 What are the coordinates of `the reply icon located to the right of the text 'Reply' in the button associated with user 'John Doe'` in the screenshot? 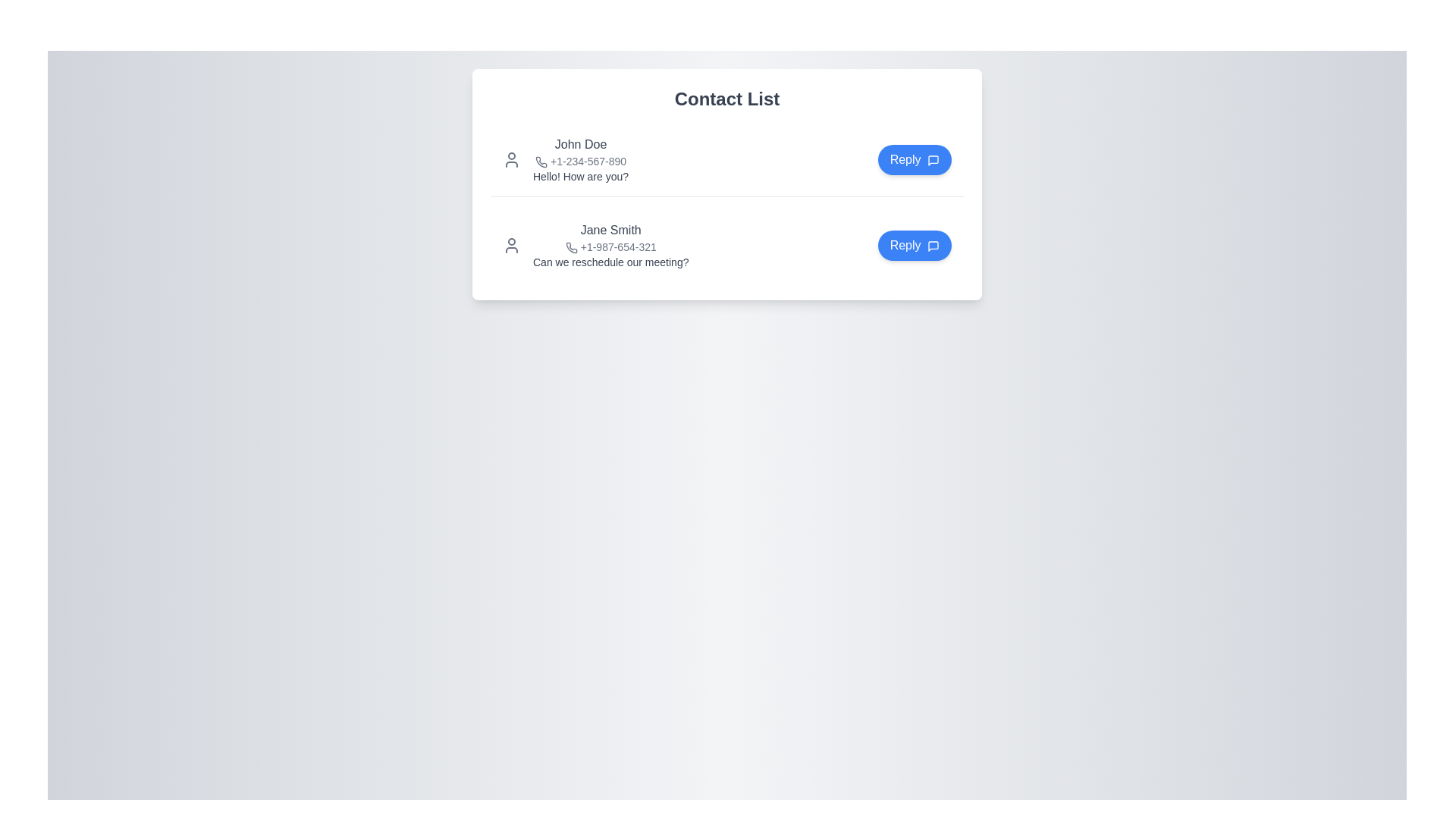 It's located at (932, 160).